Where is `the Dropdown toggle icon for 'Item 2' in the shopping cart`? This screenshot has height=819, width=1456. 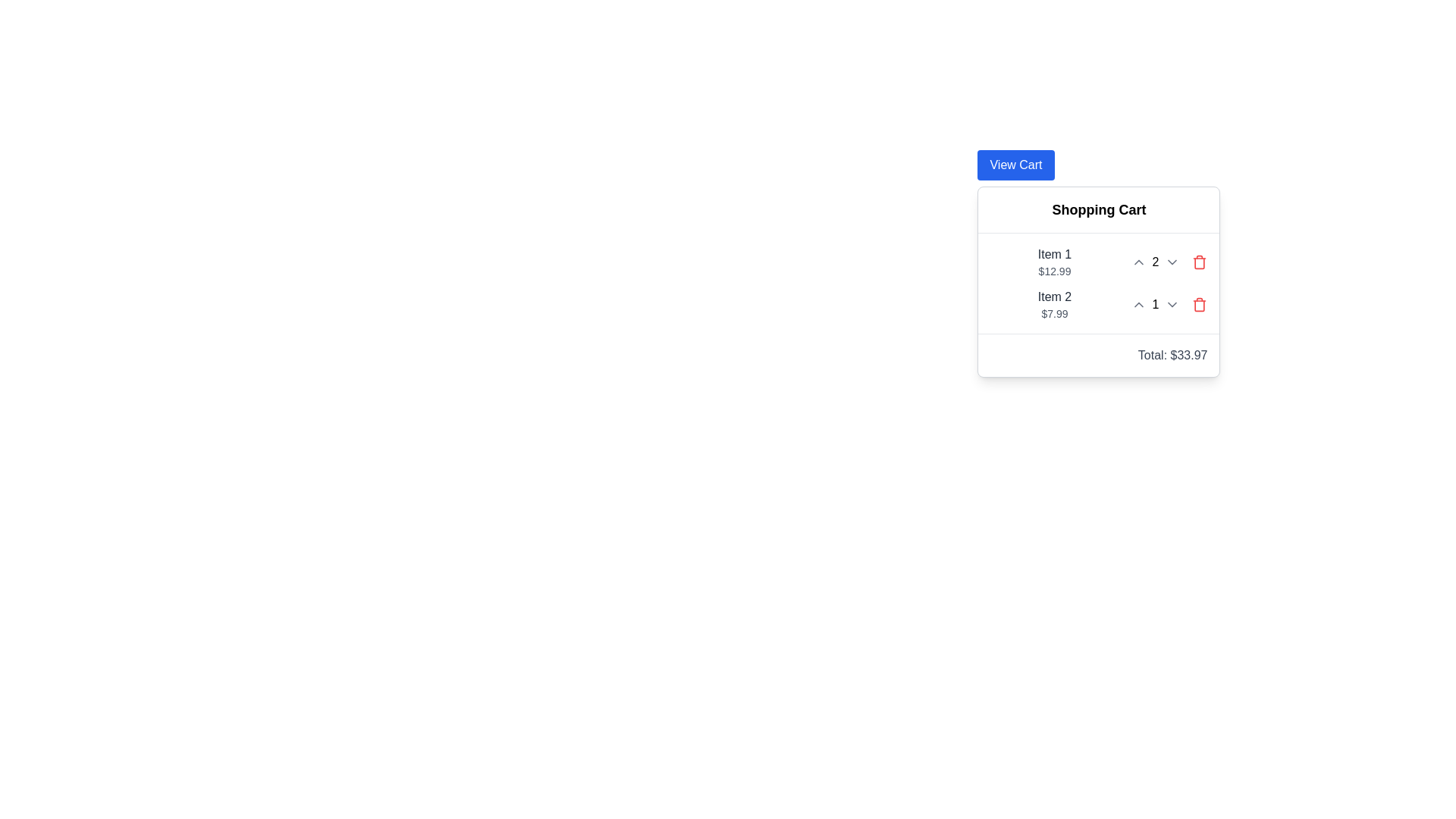
the Dropdown toggle icon for 'Item 2' in the shopping cart is located at coordinates (1172, 304).